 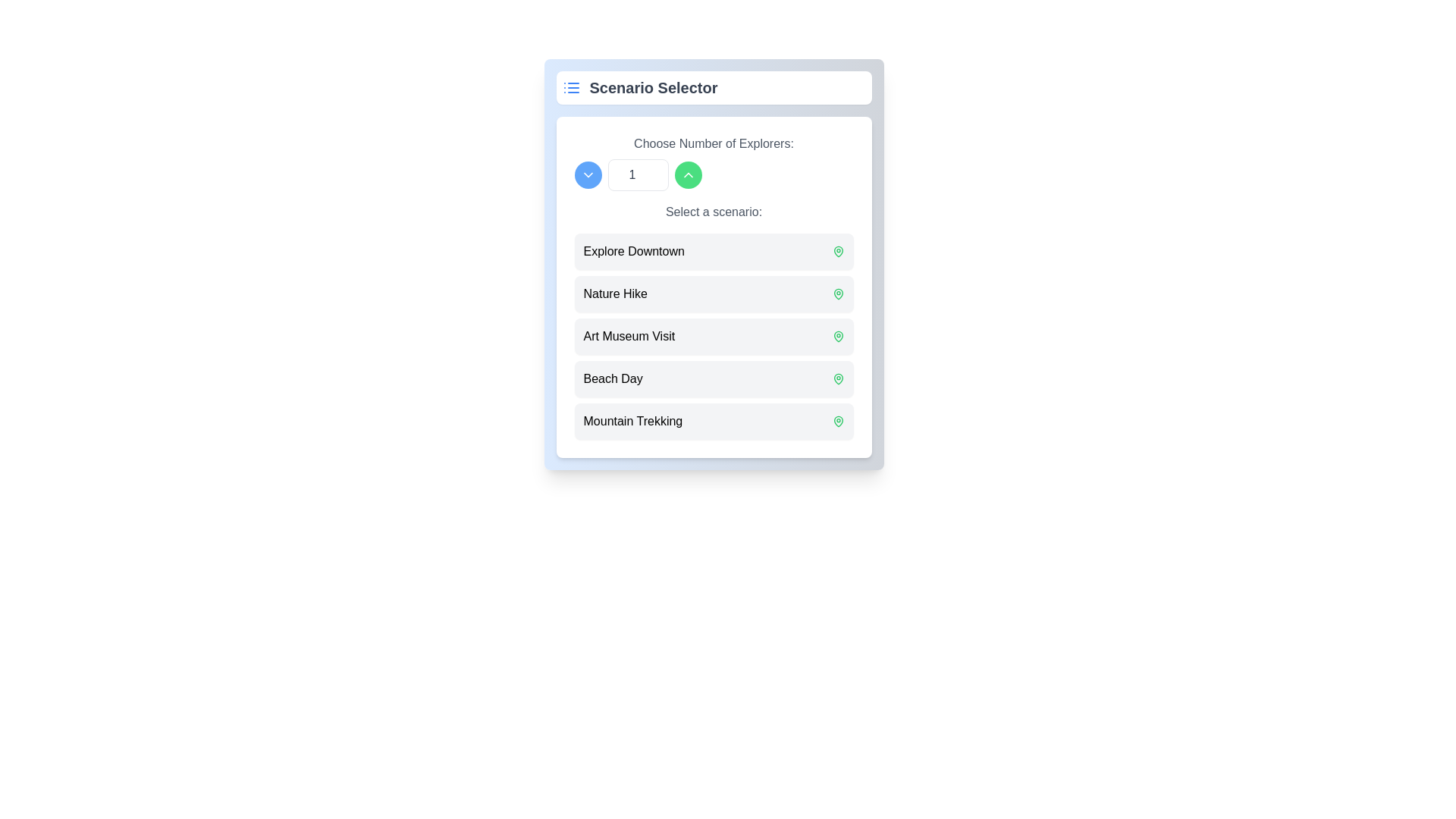 I want to click on the 'Mountain Trekking' list item in the 'Scenario Selector' section, which is indicated by the icon on the far right, so click(x=837, y=421).